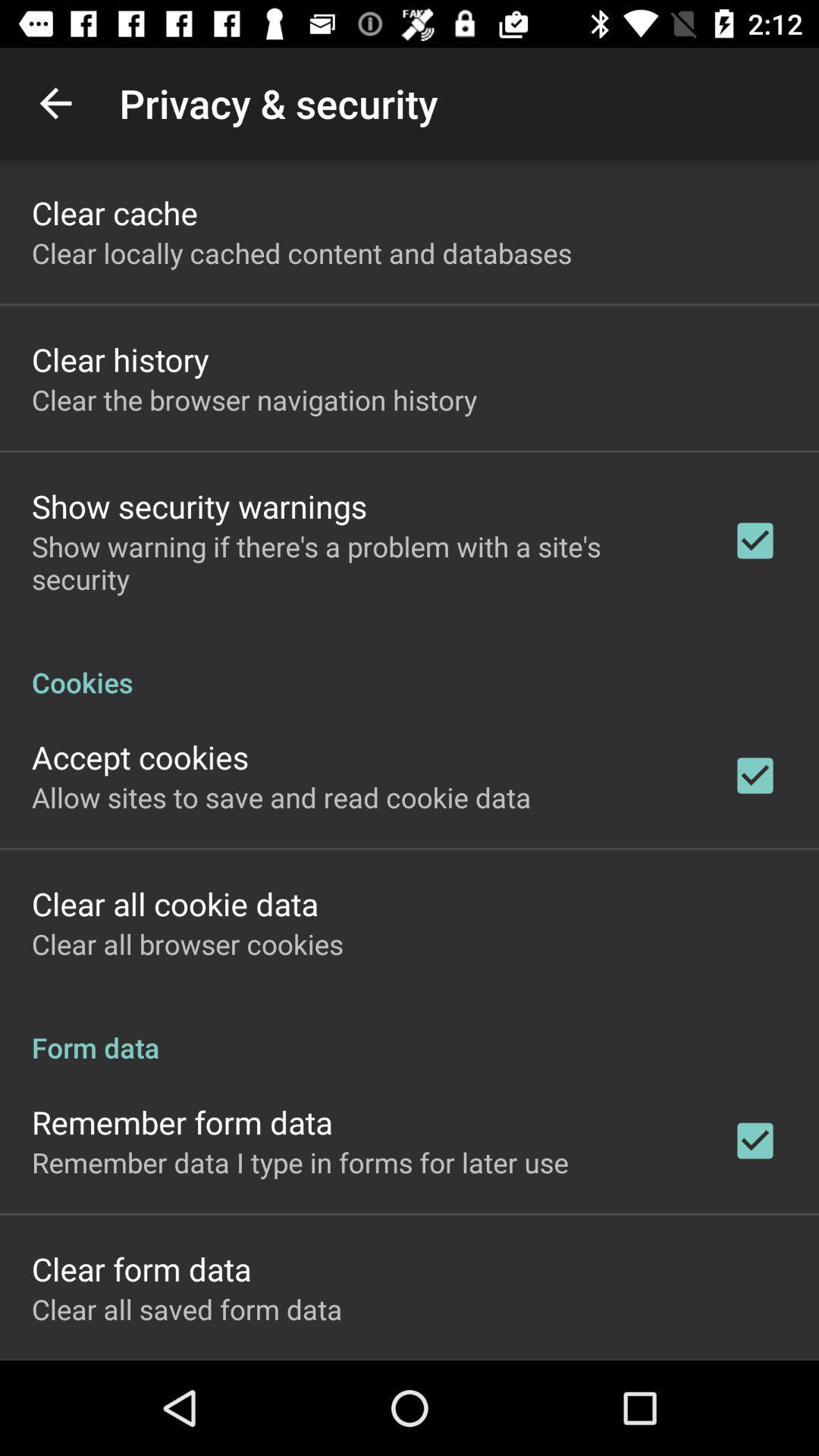 The image size is (819, 1456). What do you see at coordinates (281, 796) in the screenshot?
I see `allow sites to item` at bounding box center [281, 796].